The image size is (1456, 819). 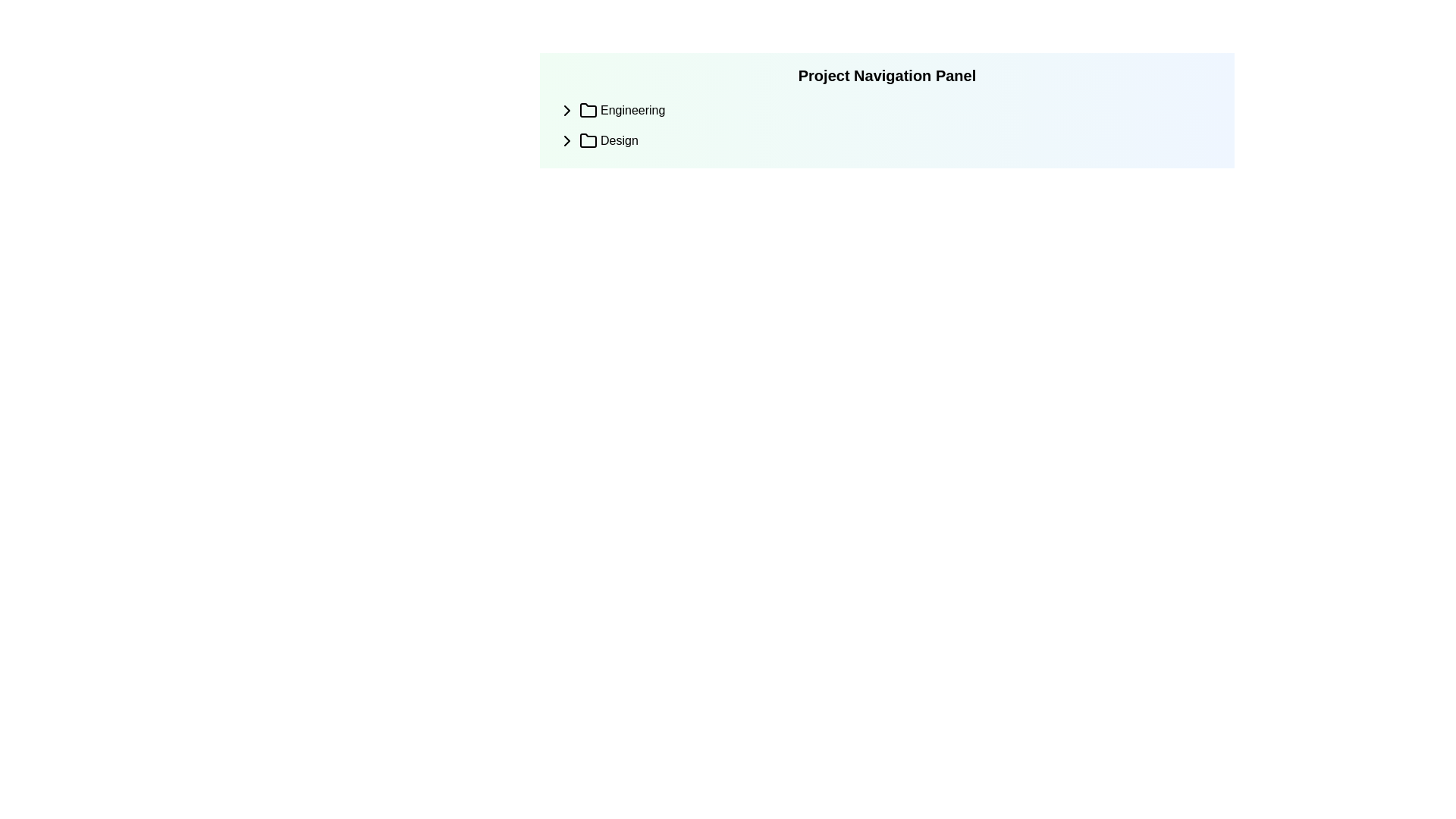 I want to click on the static text heading that serves as a title for the navigation panel, located above the 'Engineering' and 'Design' elements, so click(x=887, y=76).